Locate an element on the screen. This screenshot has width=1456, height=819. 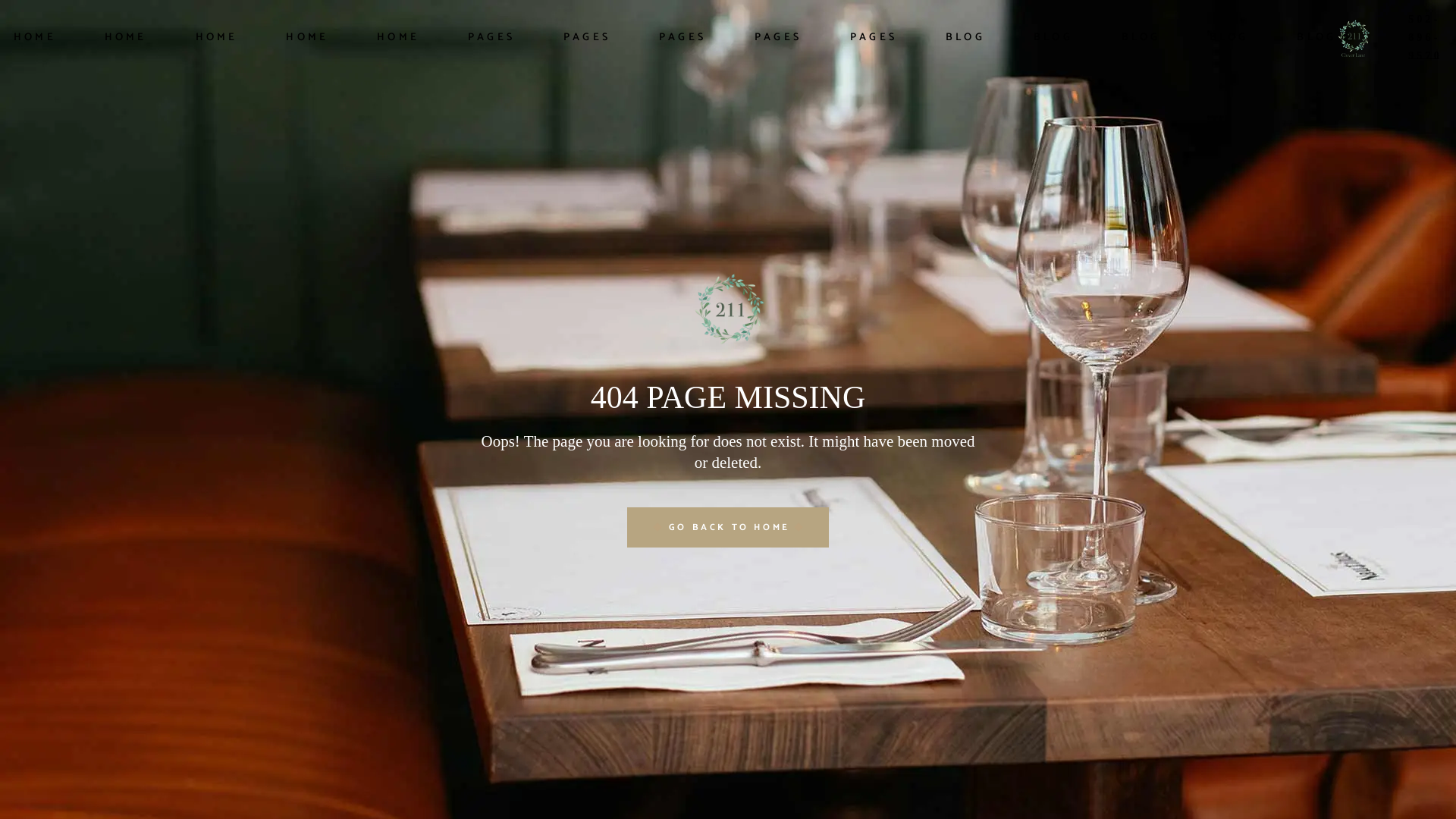
'GO BACK TO HOME' is located at coordinates (626, 526).